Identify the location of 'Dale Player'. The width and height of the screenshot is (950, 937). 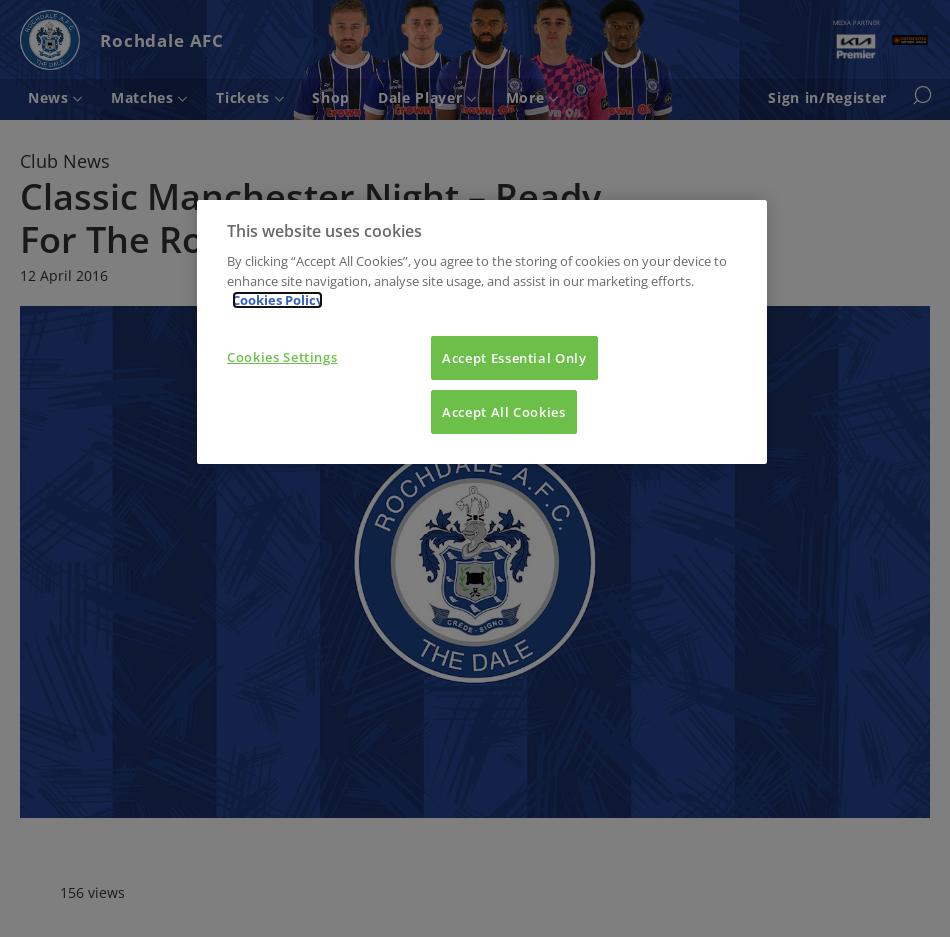
(420, 95).